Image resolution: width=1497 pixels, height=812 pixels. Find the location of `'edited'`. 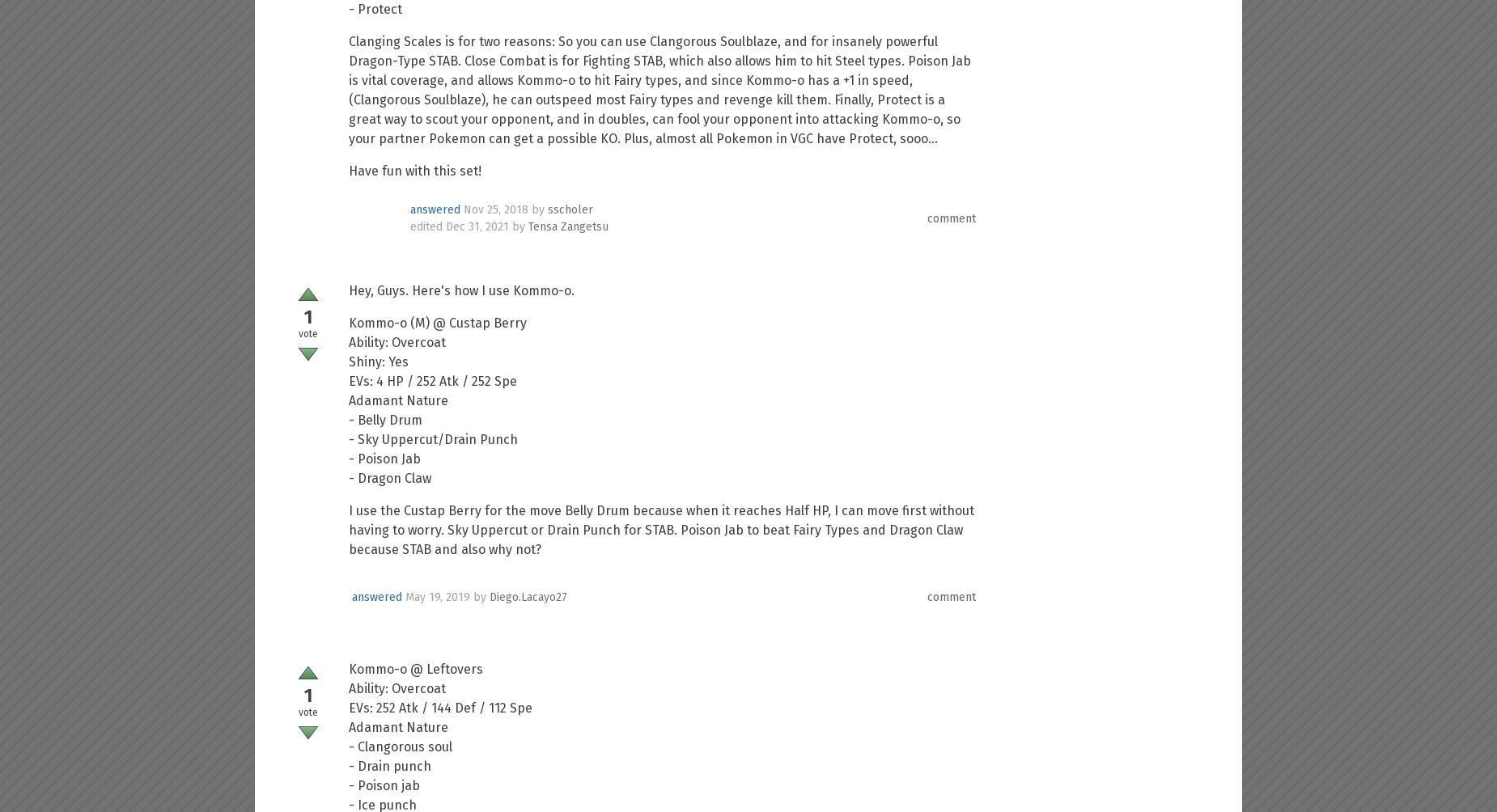

'edited' is located at coordinates (426, 226).